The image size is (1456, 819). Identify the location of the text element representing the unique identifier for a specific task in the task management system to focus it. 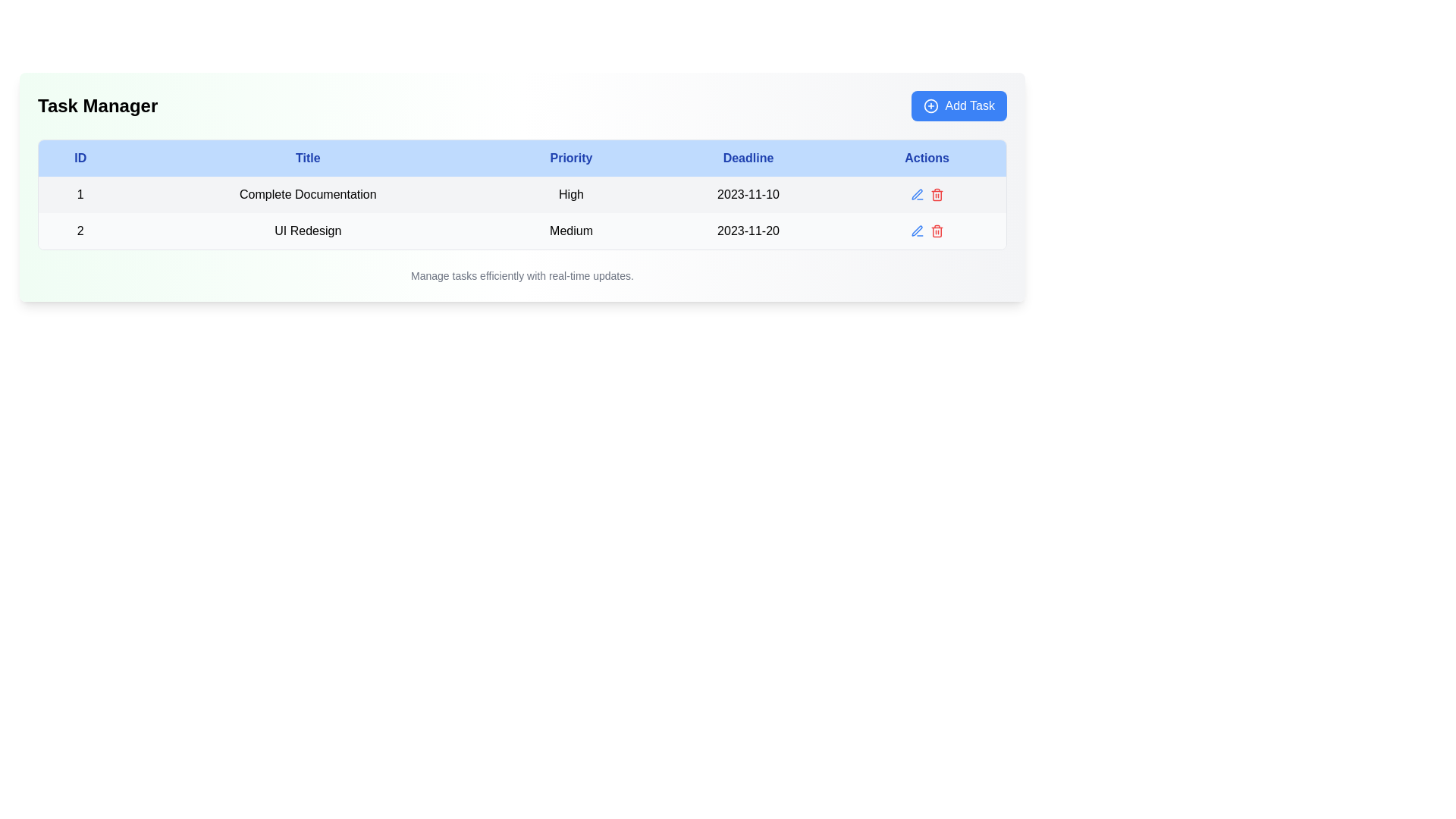
(80, 194).